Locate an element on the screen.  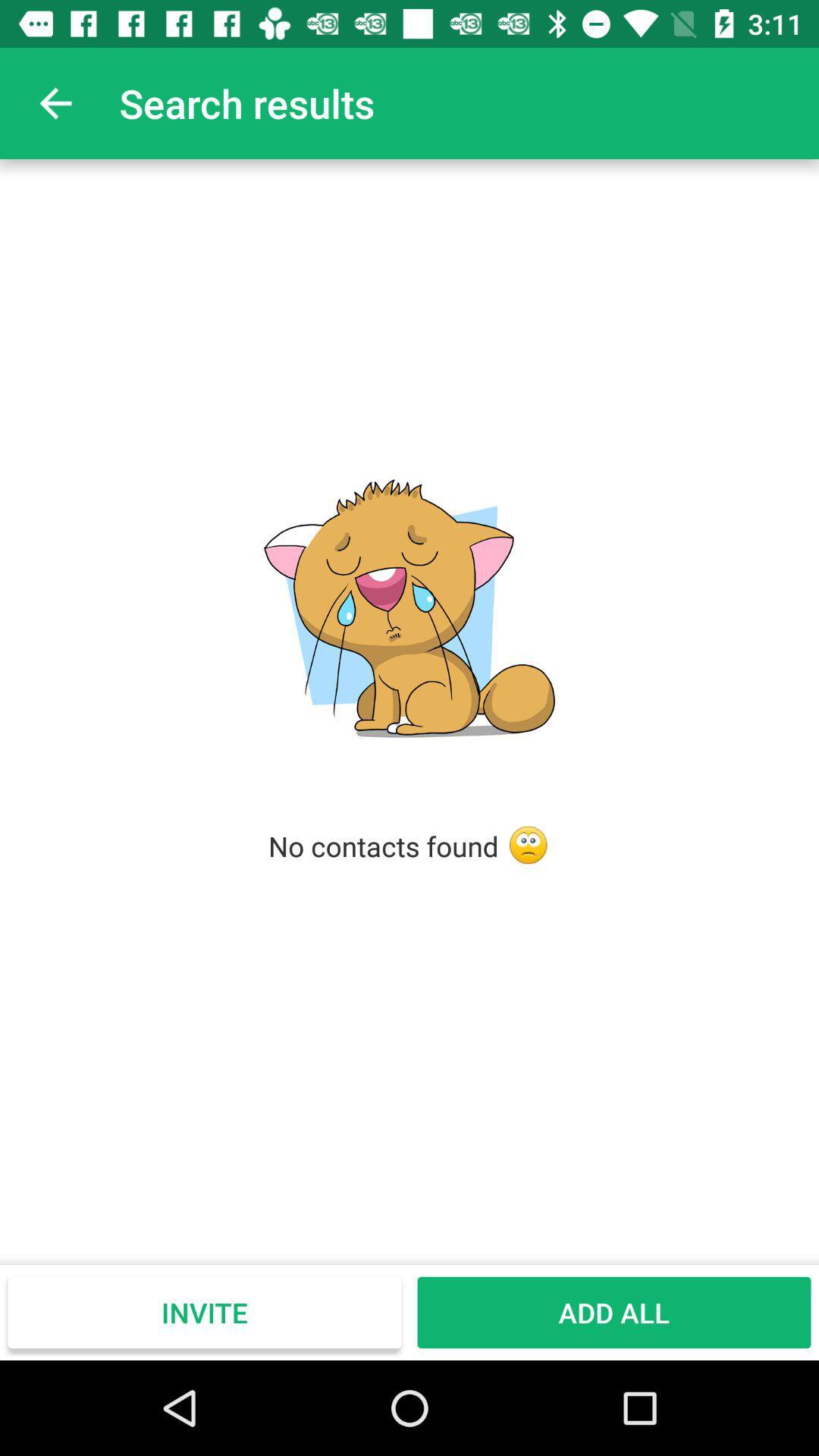
item at the bottom left corner is located at coordinates (205, 1312).